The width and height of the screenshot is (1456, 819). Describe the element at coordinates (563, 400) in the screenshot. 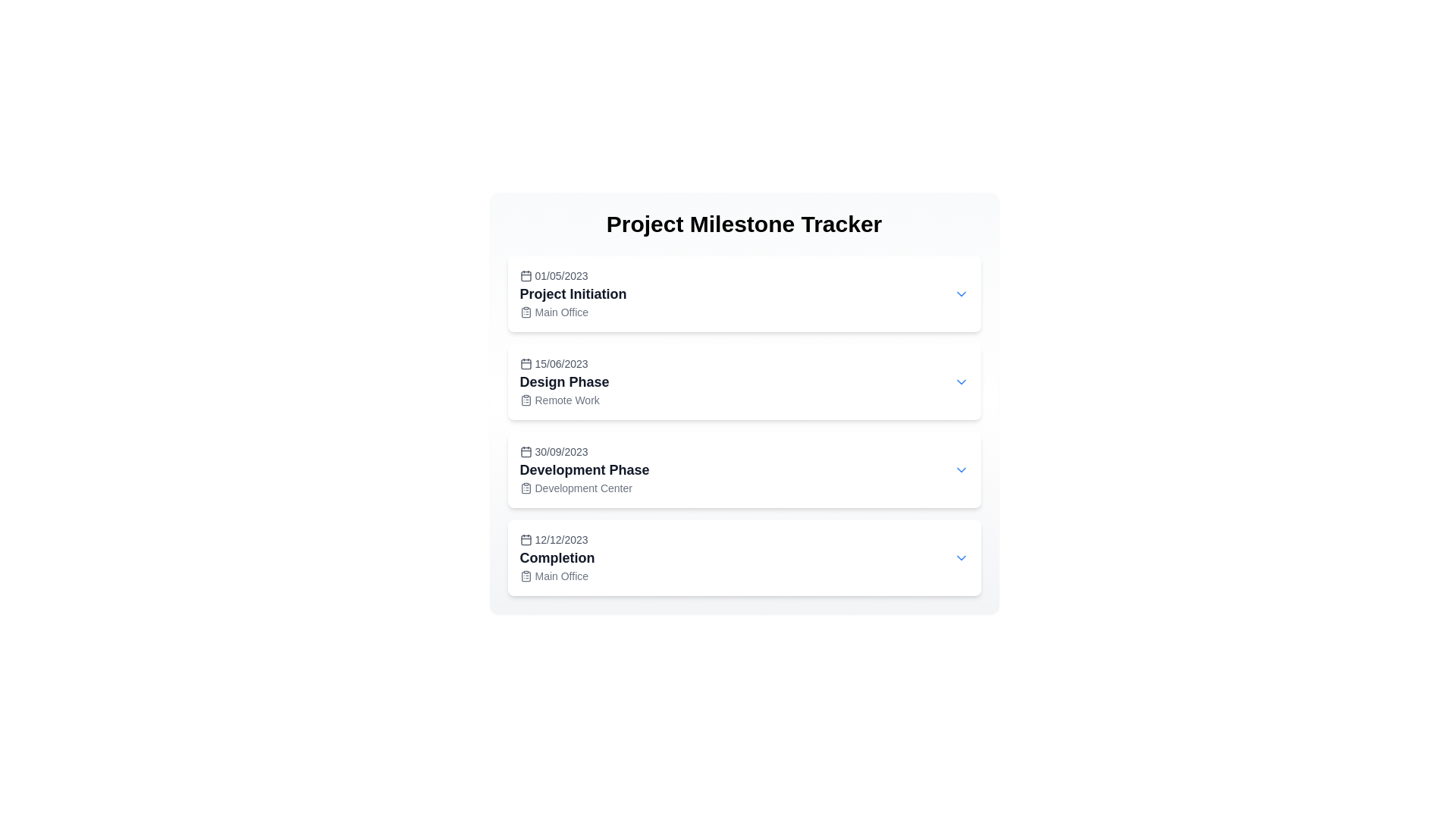

I see `the Label with supporting icon that indicates the work mode associated with the 'Design Phase' milestone, located below the 'Design Phase' title and calendar icon displaying '15/06/2023'` at that location.